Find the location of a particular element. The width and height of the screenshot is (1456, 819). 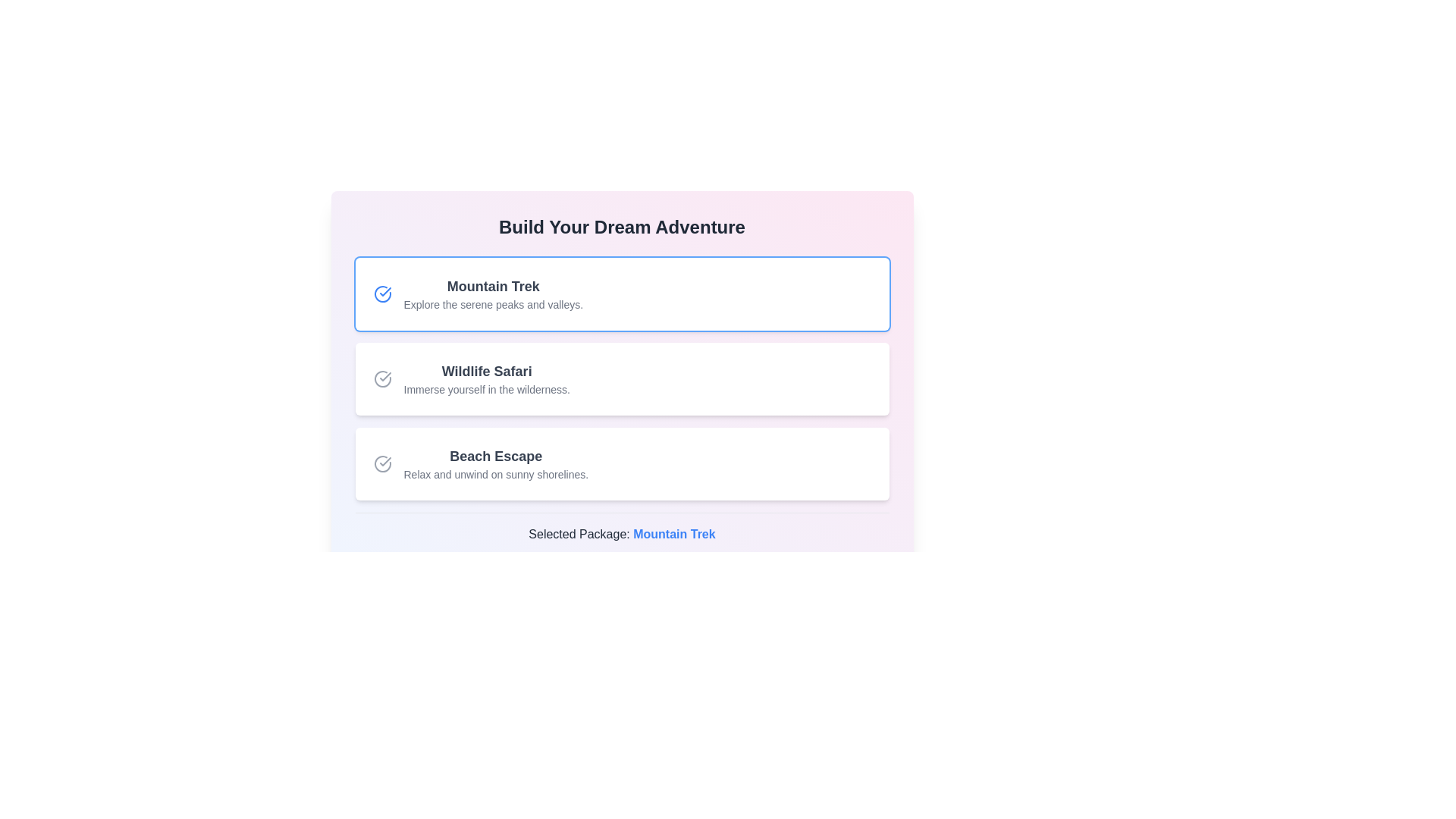

the 'Beach Escape' package description, which is the third selectable option in a vertically stacked layout below 'Mountain Trek' and 'Wildlife Safari' is located at coordinates (496, 463).